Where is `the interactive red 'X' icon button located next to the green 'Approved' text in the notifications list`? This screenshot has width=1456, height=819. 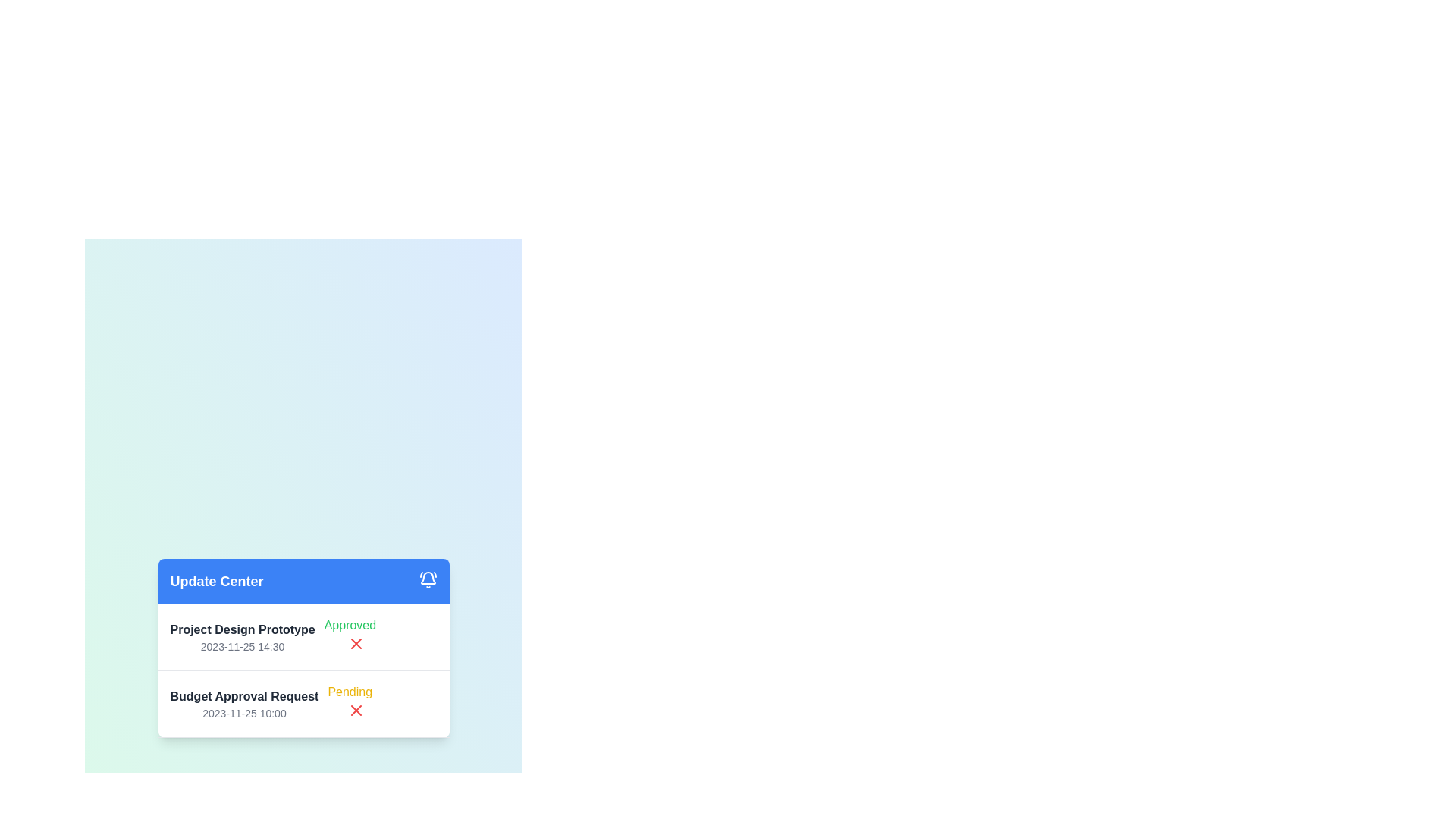 the interactive red 'X' icon button located next to the green 'Approved' text in the notifications list is located at coordinates (355, 643).